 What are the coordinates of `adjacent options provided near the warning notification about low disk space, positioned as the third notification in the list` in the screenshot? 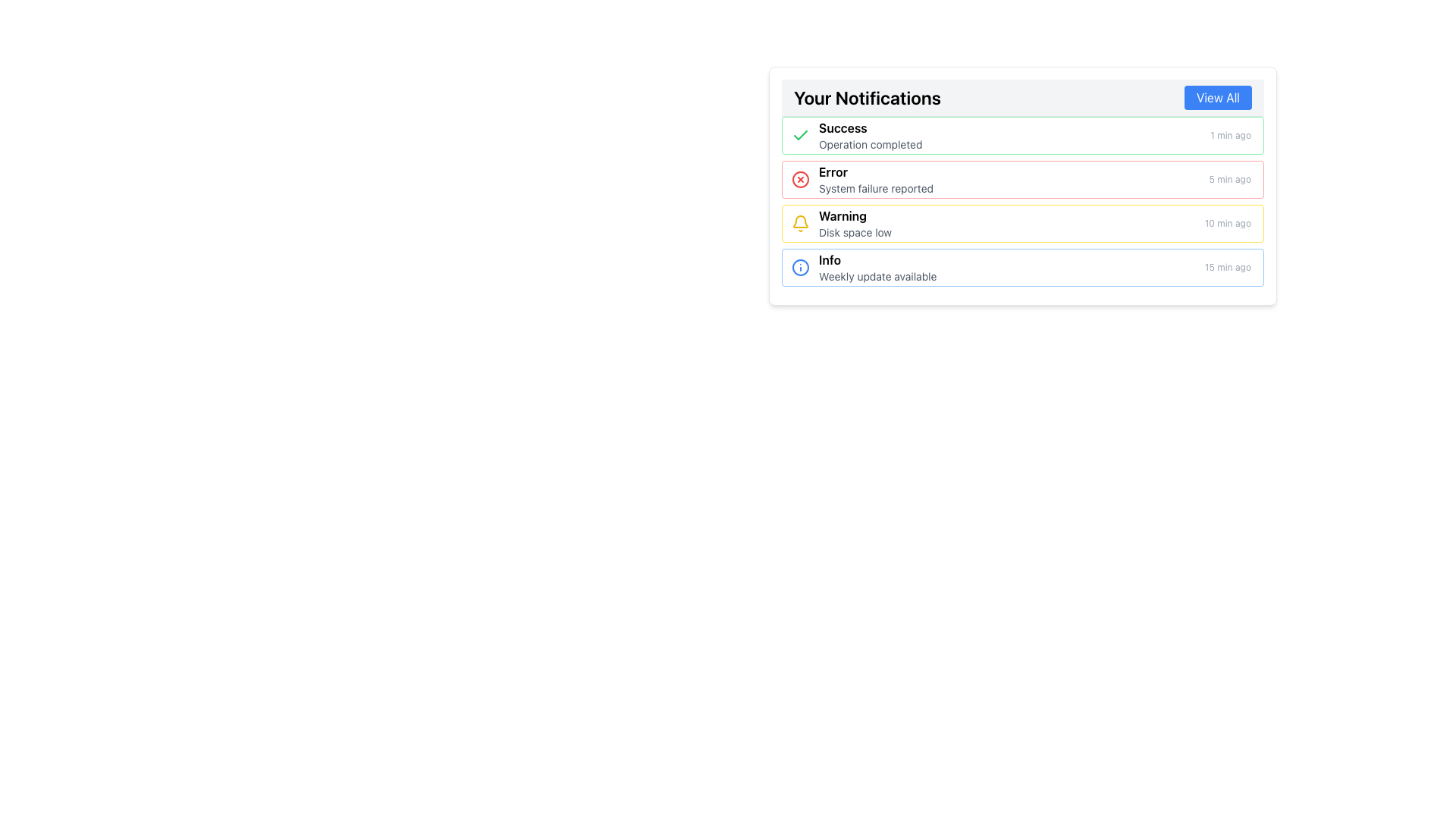 It's located at (1006, 223).